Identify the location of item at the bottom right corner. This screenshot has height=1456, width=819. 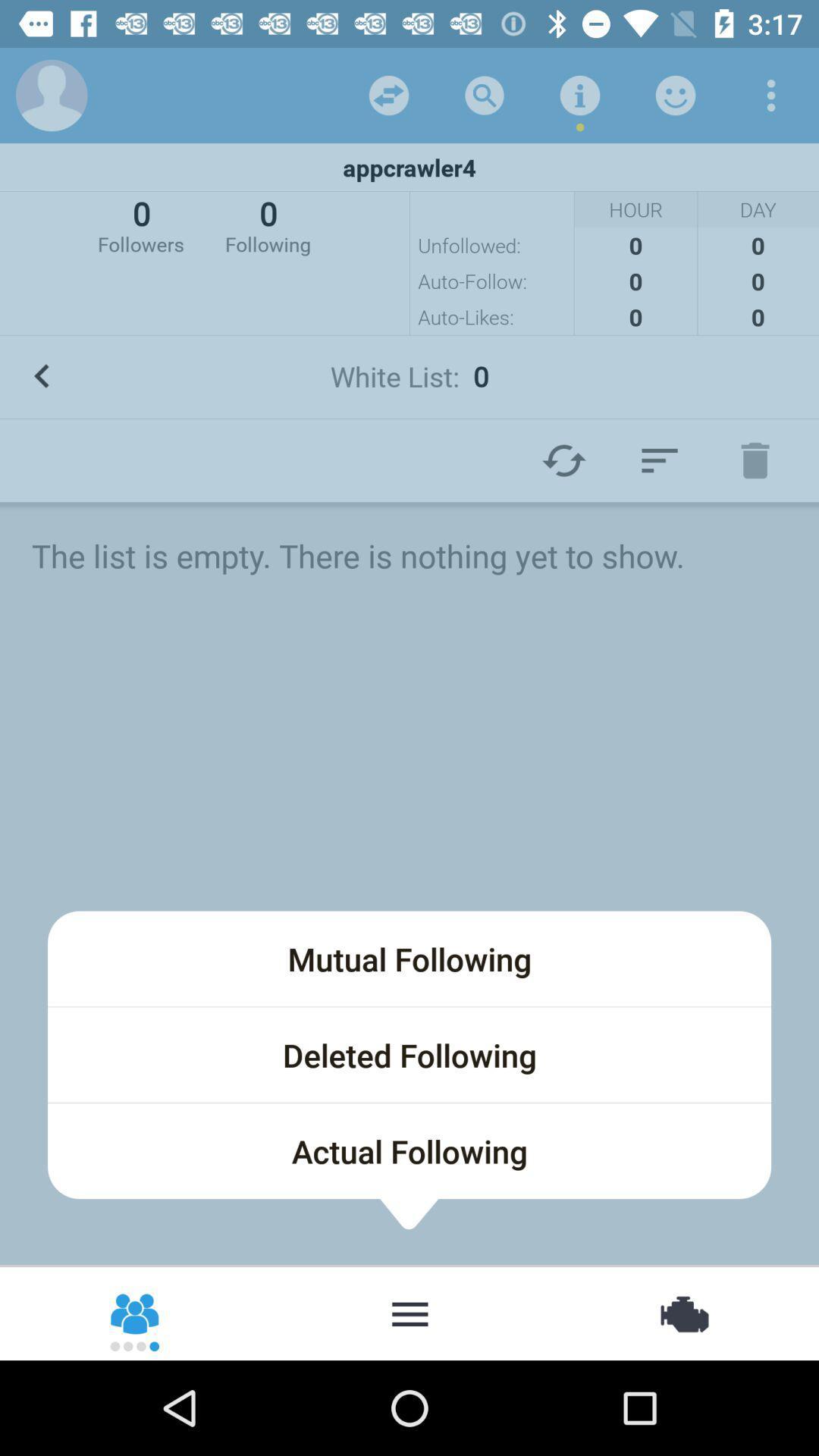
(682, 1312).